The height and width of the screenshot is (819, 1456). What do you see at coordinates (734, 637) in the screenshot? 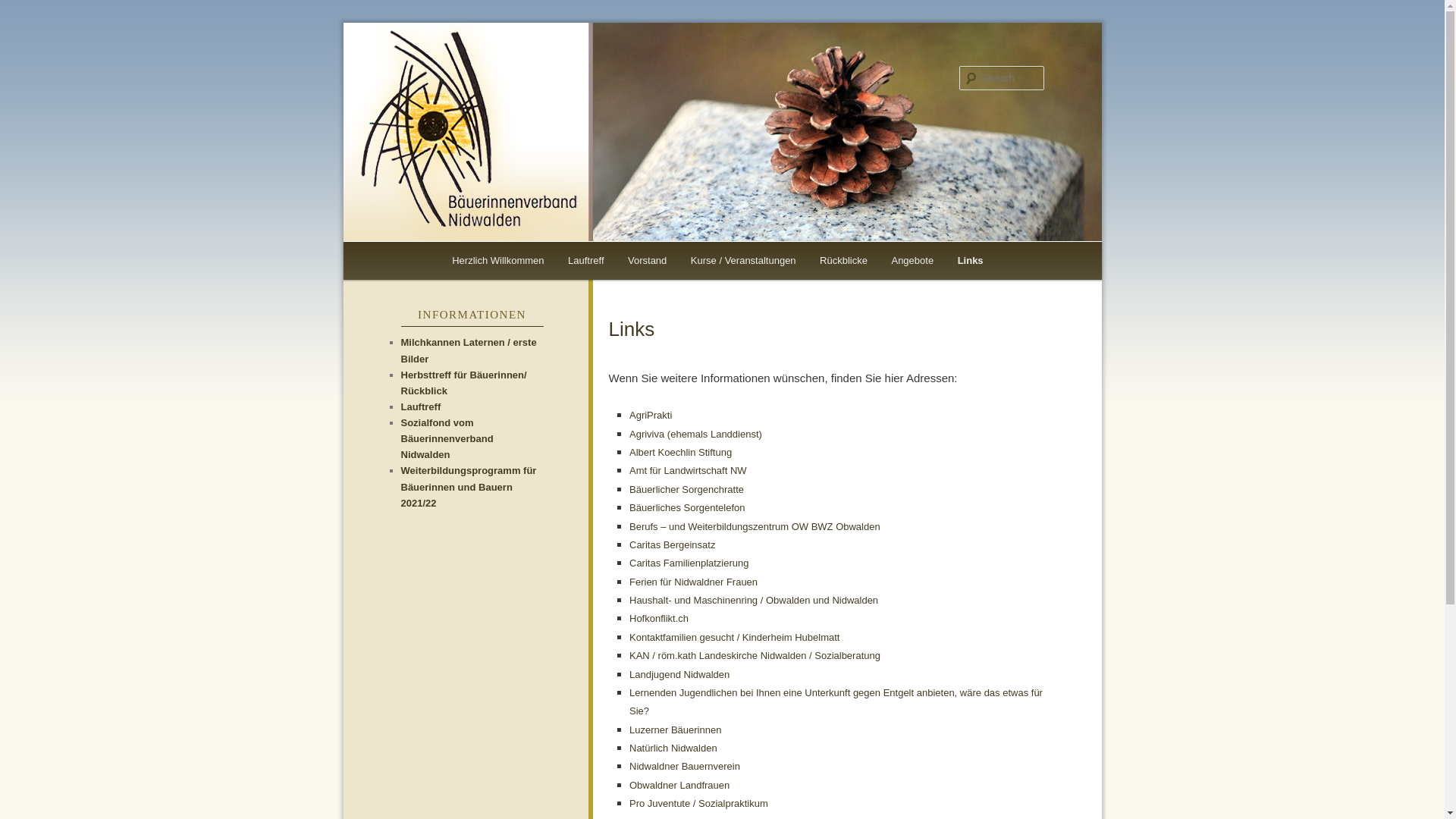
I see `'Kontaktfamilien gesucht / Kinderheim Hubelmatt'` at bounding box center [734, 637].